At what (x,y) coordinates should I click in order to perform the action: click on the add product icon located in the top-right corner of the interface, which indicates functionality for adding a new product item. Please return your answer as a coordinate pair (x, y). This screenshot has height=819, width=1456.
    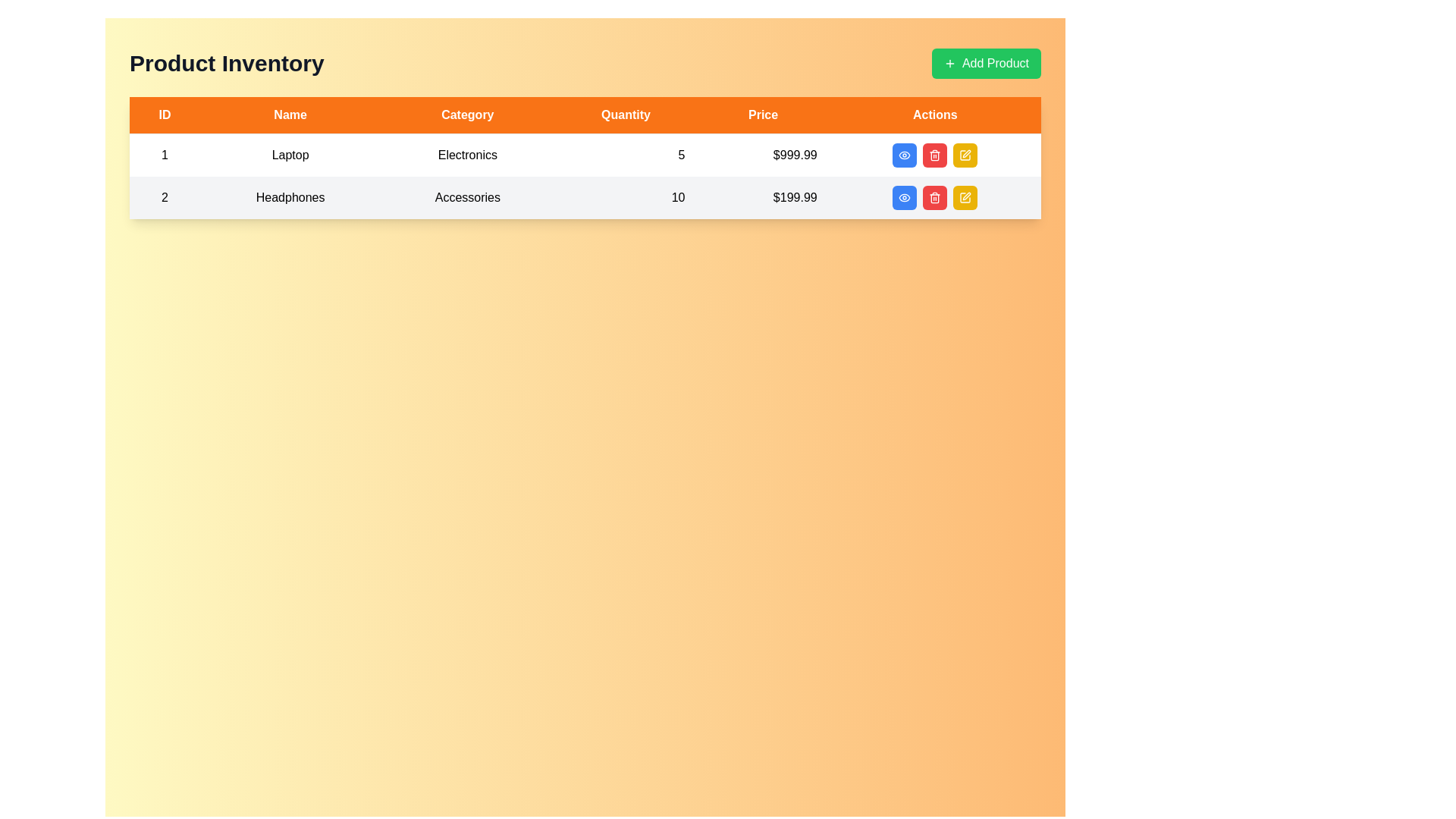
    Looking at the image, I should click on (949, 63).